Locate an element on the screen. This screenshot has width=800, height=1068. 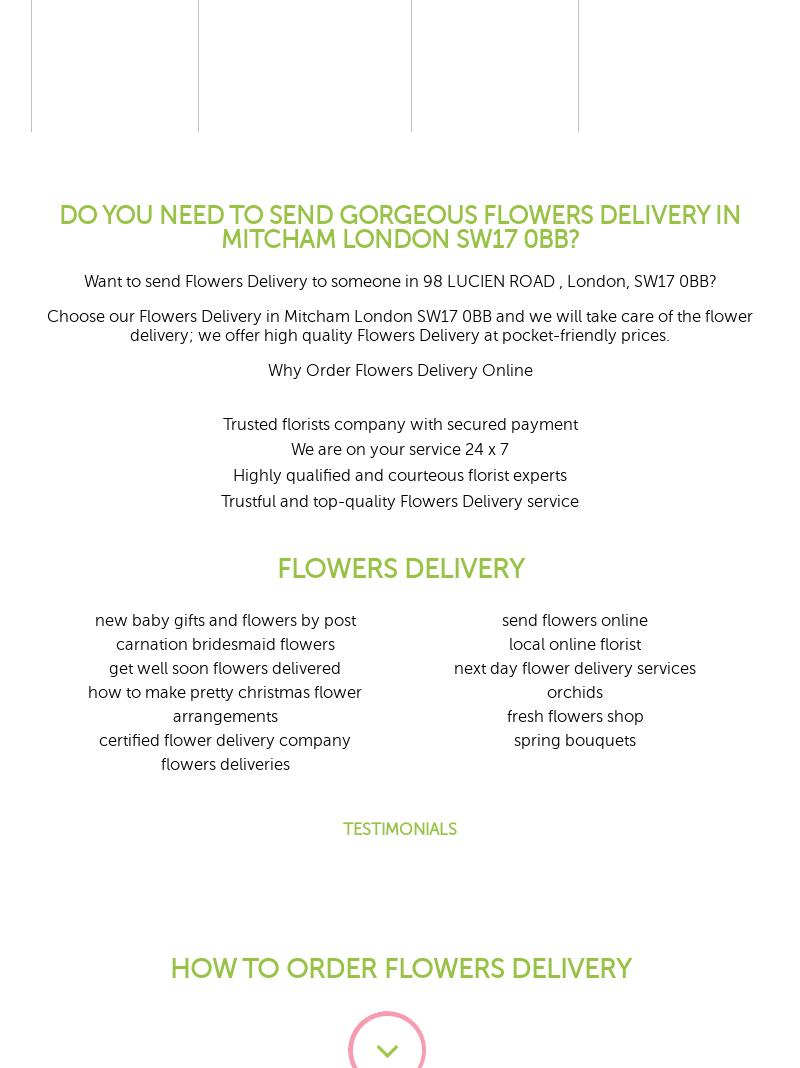
'Trustful and top-quality Flowers Delivery service' is located at coordinates (400, 500).